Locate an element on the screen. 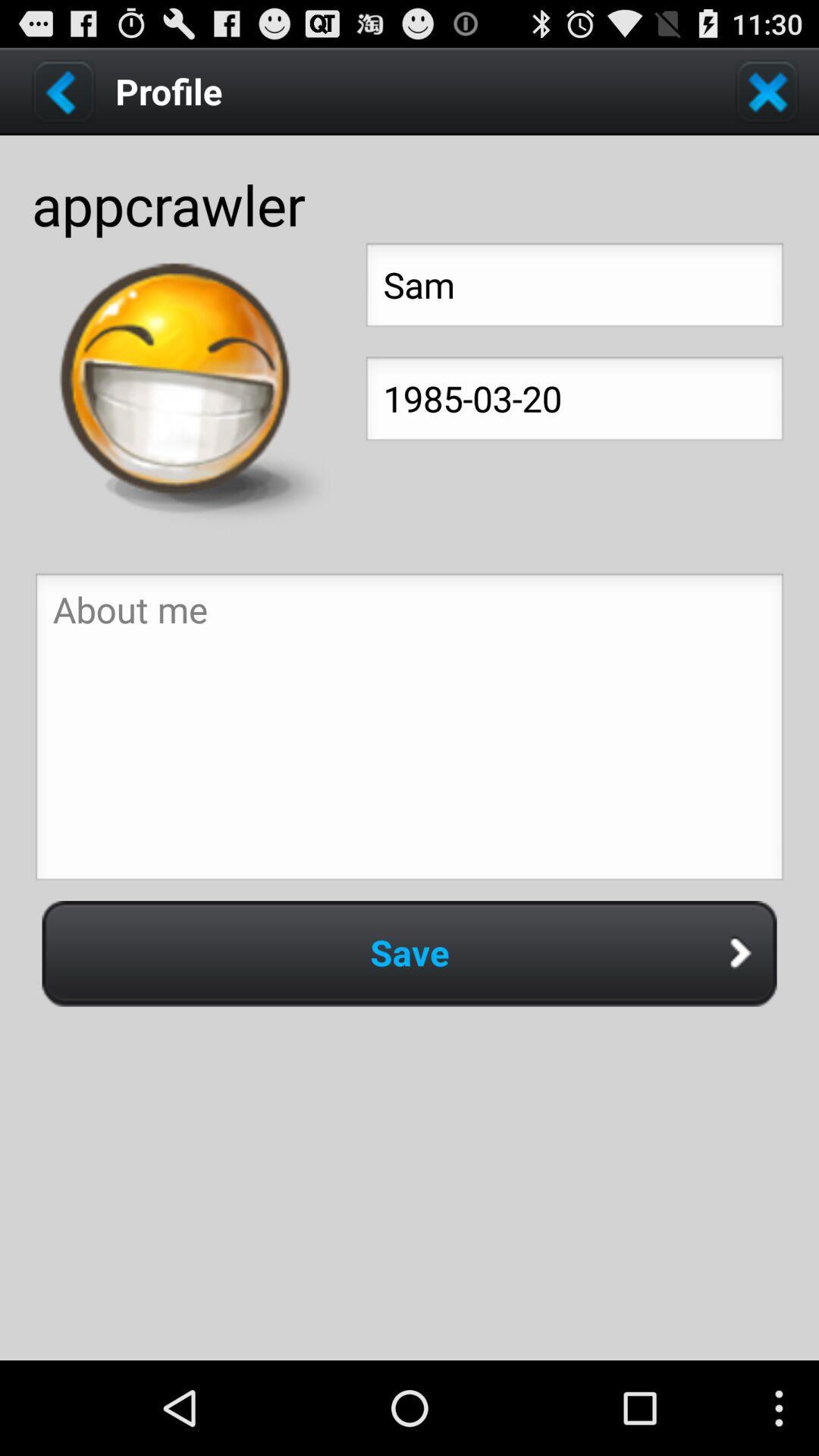 This screenshot has height=1456, width=819. go close is located at coordinates (767, 90).